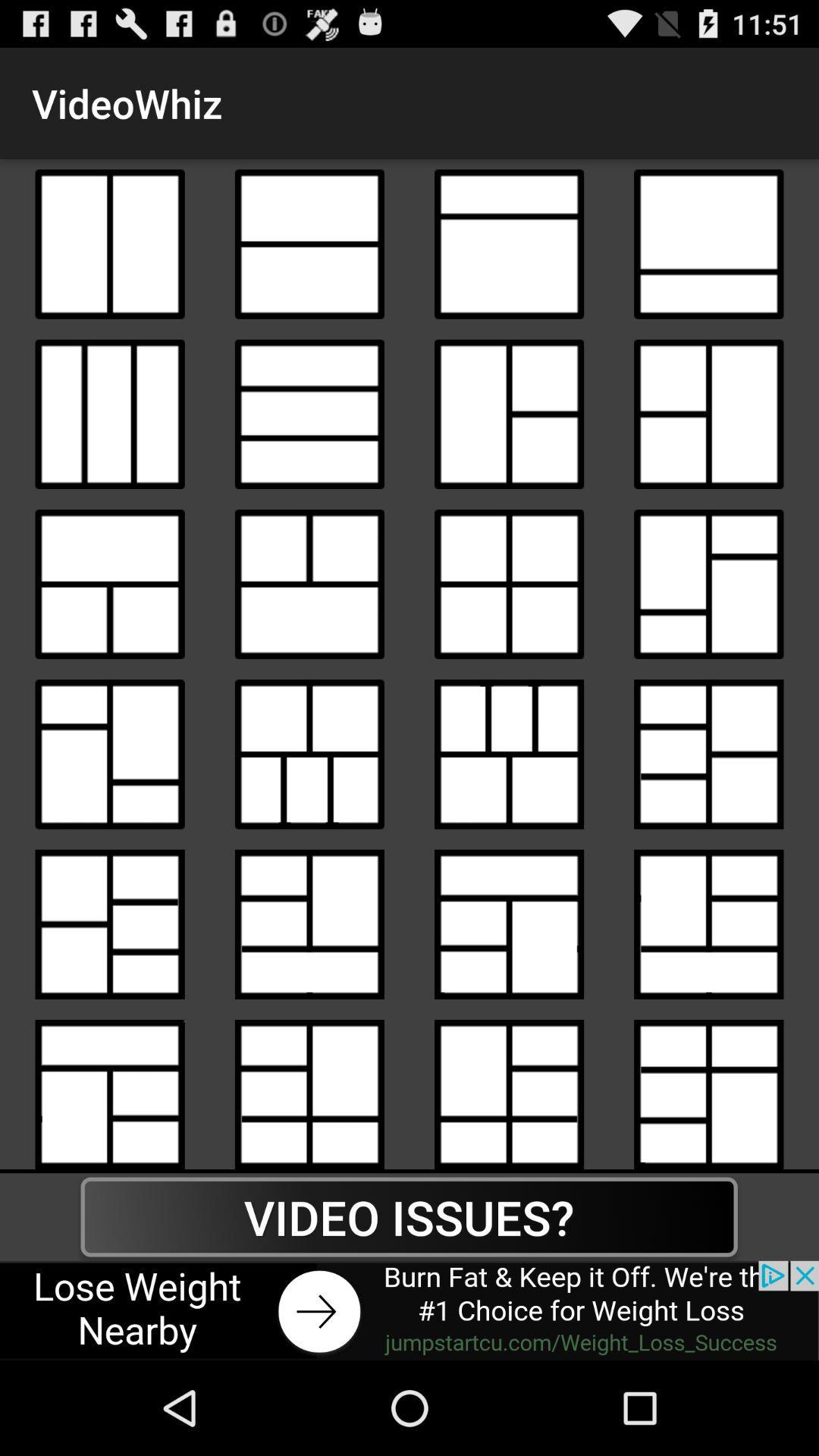 This screenshot has height=1456, width=819. What do you see at coordinates (409, 1310) in the screenshot?
I see `click the advertisement` at bounding box center [409, 1310].